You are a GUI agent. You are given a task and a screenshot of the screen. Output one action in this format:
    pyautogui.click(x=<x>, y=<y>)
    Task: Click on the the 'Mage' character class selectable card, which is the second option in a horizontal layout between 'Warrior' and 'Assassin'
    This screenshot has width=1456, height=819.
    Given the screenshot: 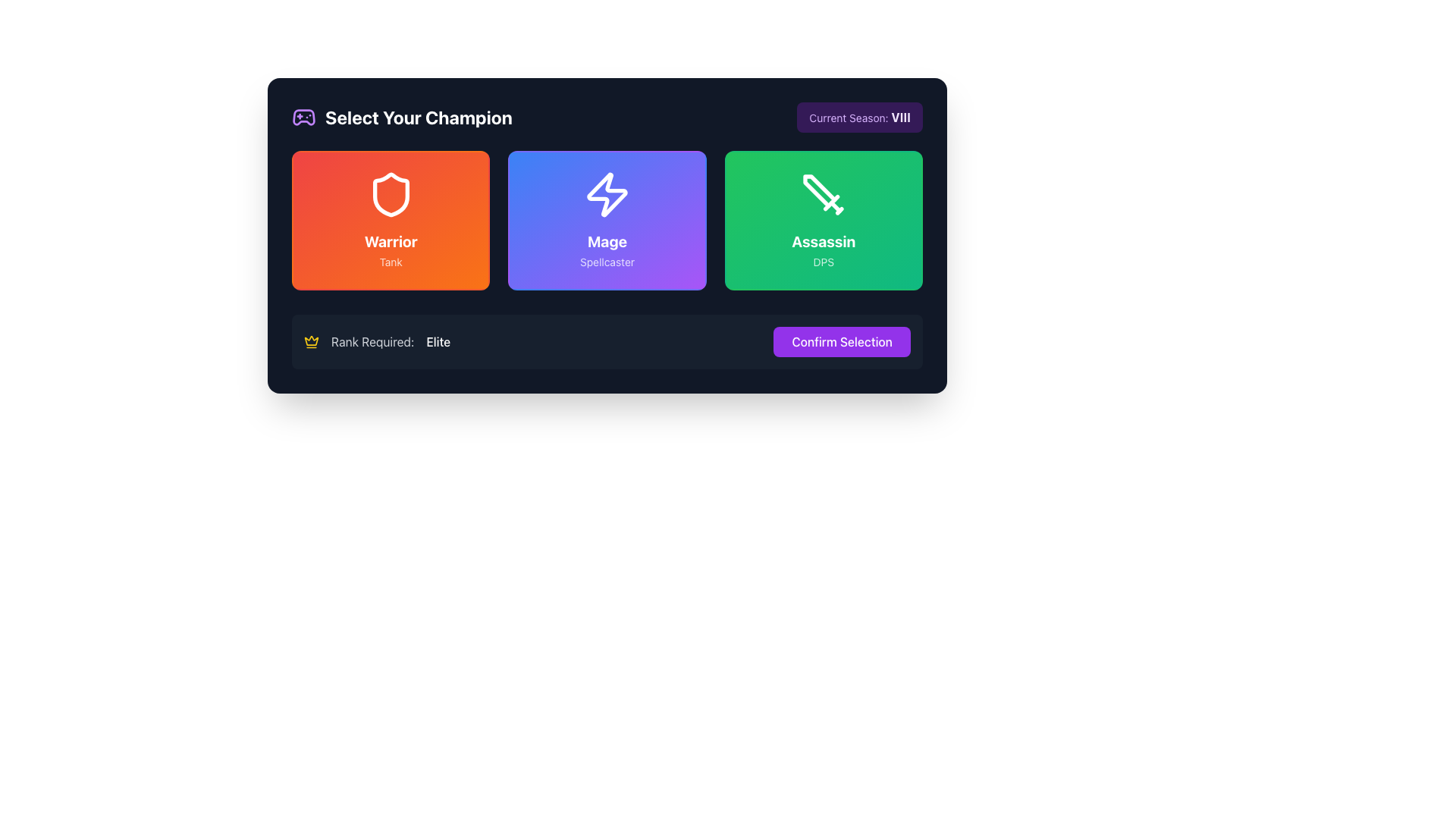 What is the action you would take?
    pyautogui.click(x=607, y=220)
    